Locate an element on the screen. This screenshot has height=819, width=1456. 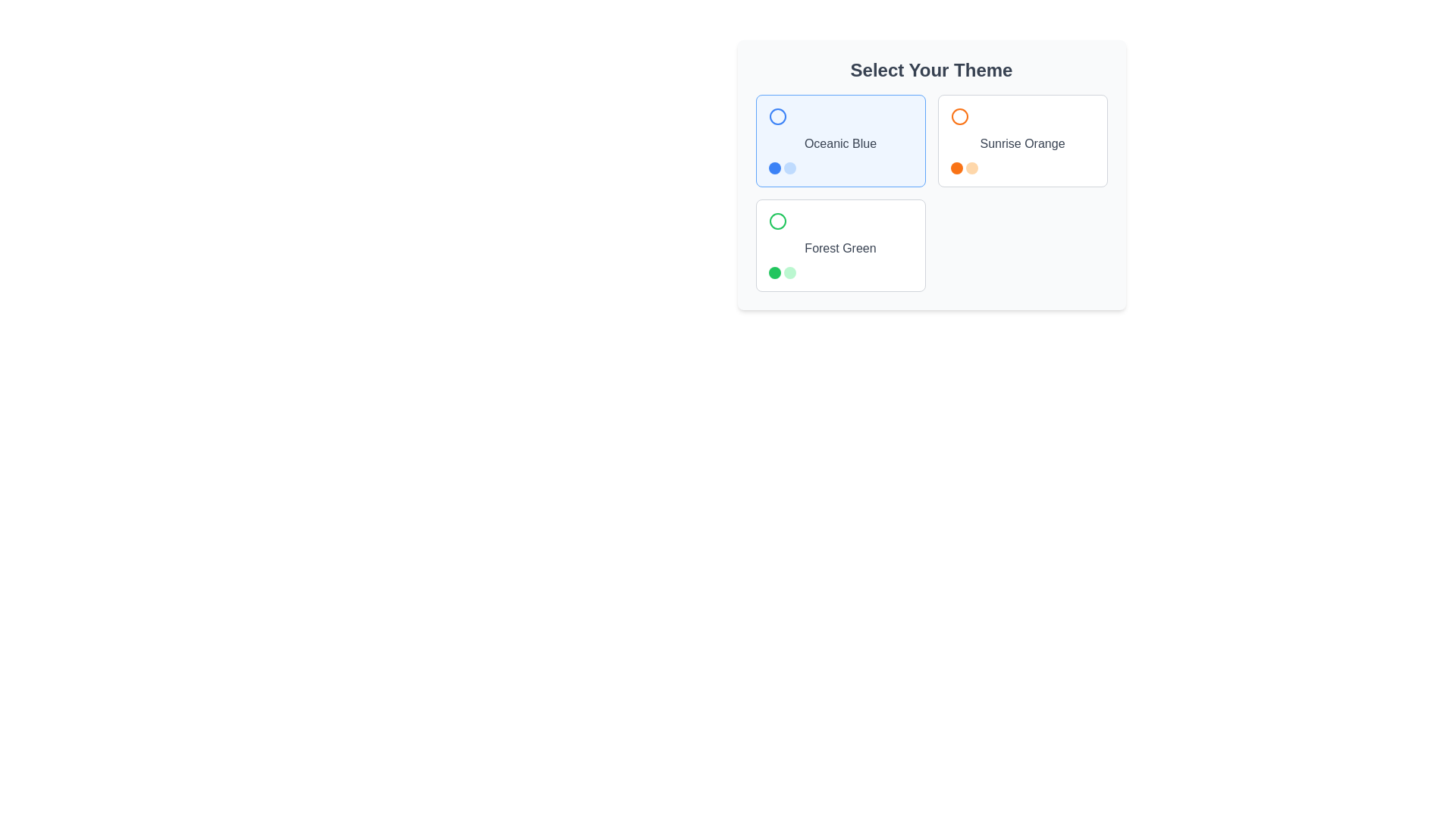
the 'Oceanic Blue' theme selection card located at the top-left of the theme selection interface is located at coordinates (839, 140).